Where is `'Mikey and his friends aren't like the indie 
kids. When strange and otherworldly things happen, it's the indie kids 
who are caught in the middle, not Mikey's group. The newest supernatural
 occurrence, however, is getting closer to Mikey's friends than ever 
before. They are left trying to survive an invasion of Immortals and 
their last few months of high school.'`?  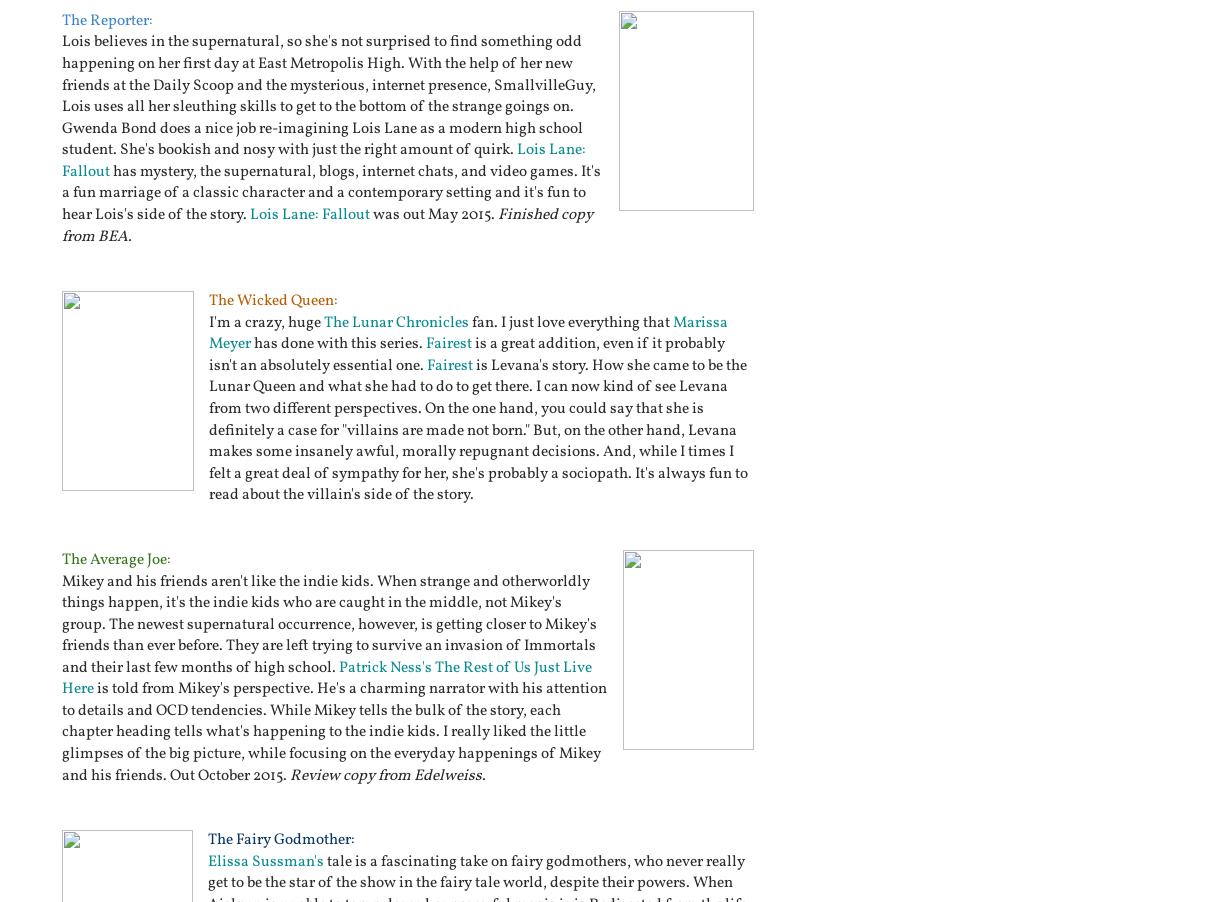 'Mikey and his friends aren't like the indie 
kids. When strange and otherworldly things happen, it's the indie kids 
who are caught in the middle, not Mikey's group. The newest supernatural
 occurrence, however, is getting closer to Mikey's friends than ever 
before. They are left trying to survive an invasion of Immortals and 
their last few months of high school.' is located at coordinates (60, 623).